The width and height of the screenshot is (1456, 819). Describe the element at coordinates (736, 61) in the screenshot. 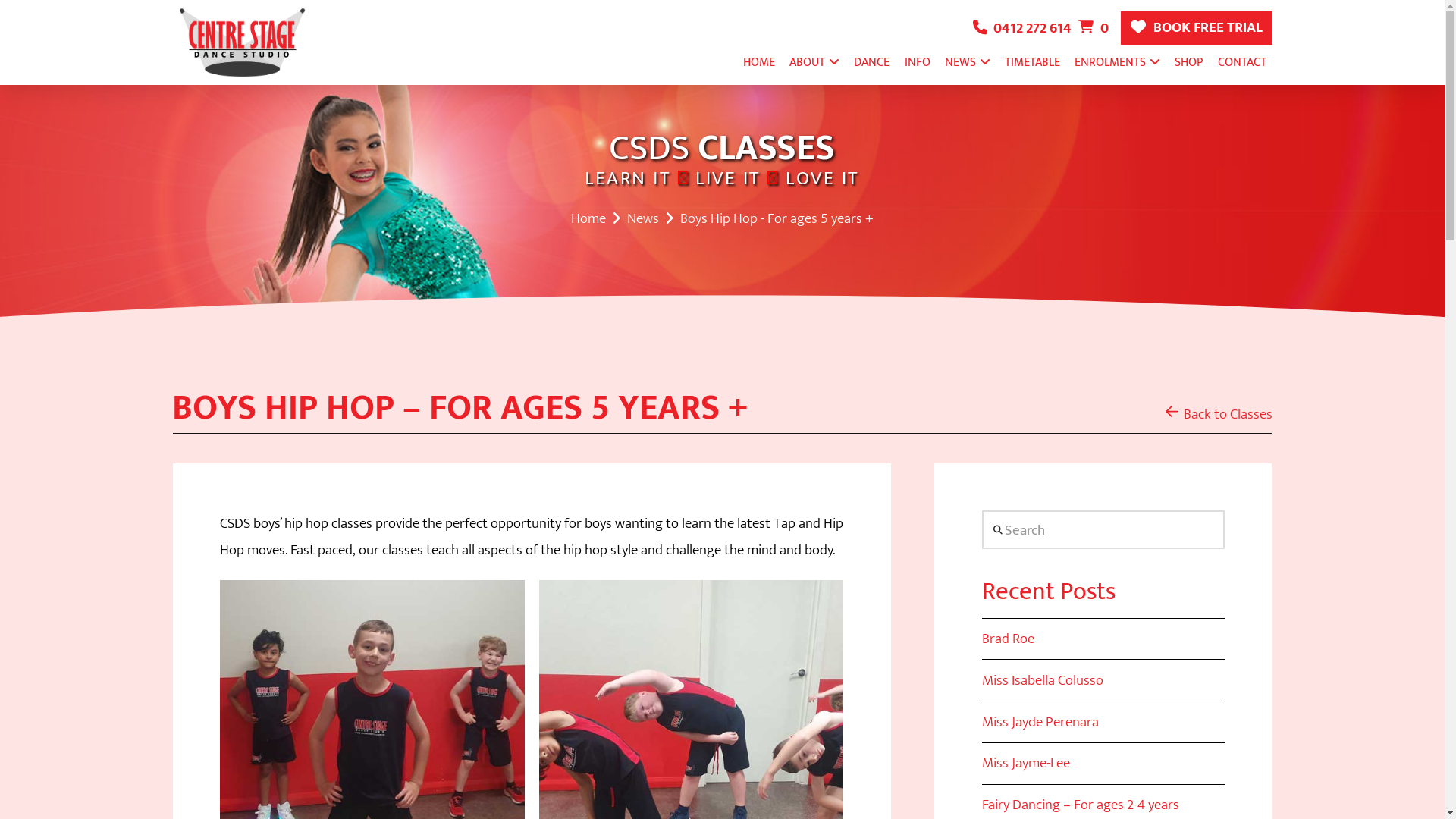

I see `'HOME'` at that location.